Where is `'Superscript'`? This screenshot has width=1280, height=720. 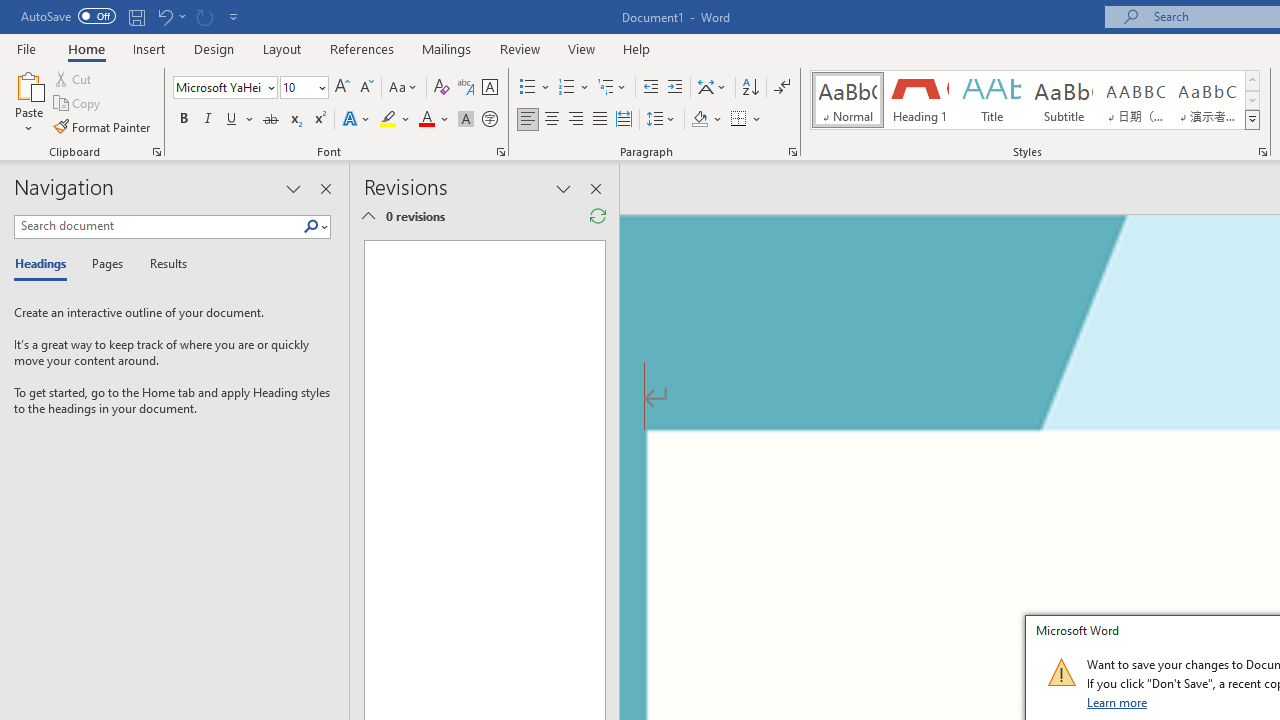
'Superscript' is located at coordinates (318, 119).